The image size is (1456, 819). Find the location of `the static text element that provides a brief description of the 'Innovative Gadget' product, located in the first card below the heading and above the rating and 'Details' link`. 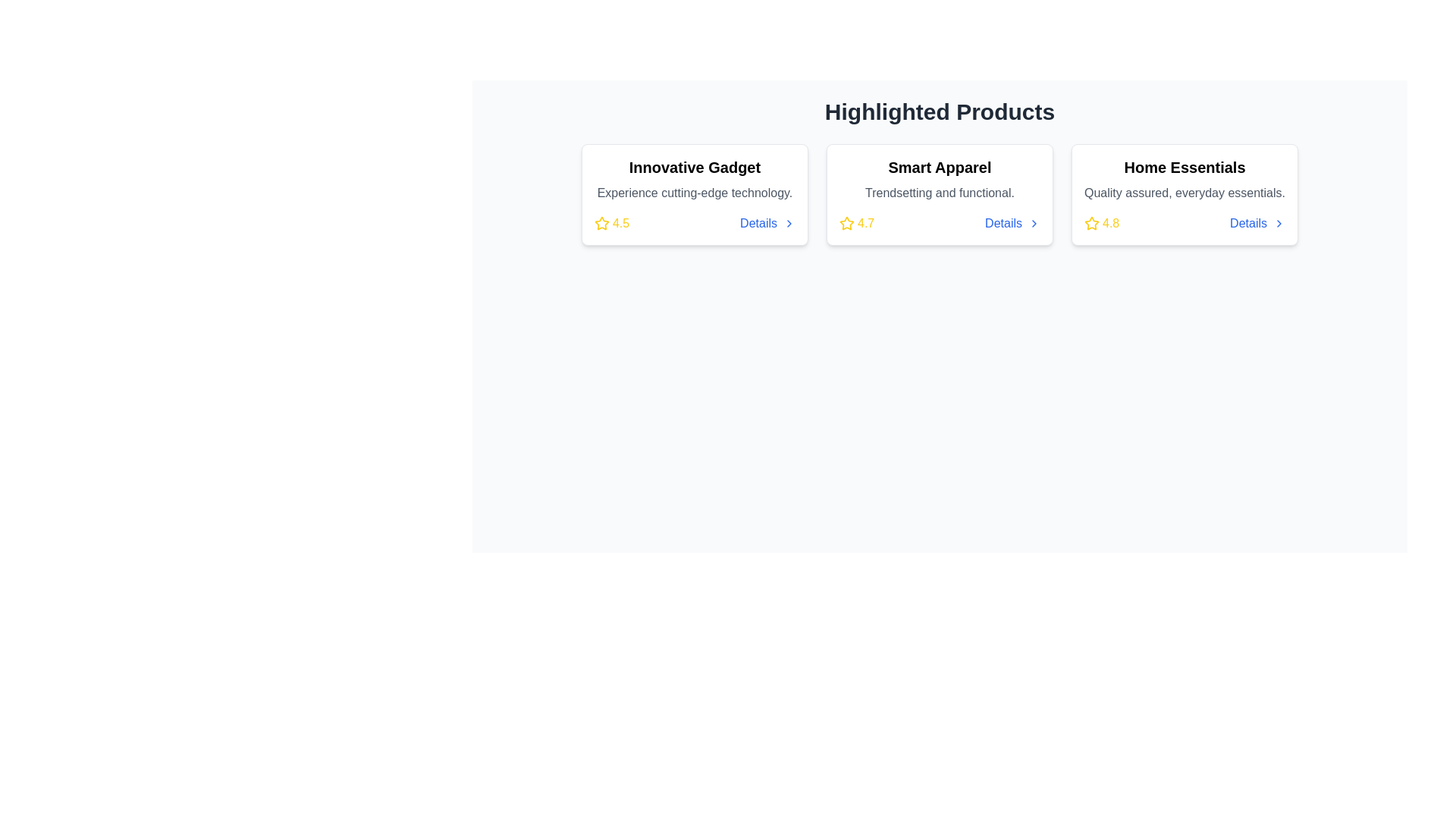

the static text element that provides a brief description of the 'Innovative Gadget' product, located in the first card below the heading and above the rating and 'Details' link is located at coordinates (694, 192).